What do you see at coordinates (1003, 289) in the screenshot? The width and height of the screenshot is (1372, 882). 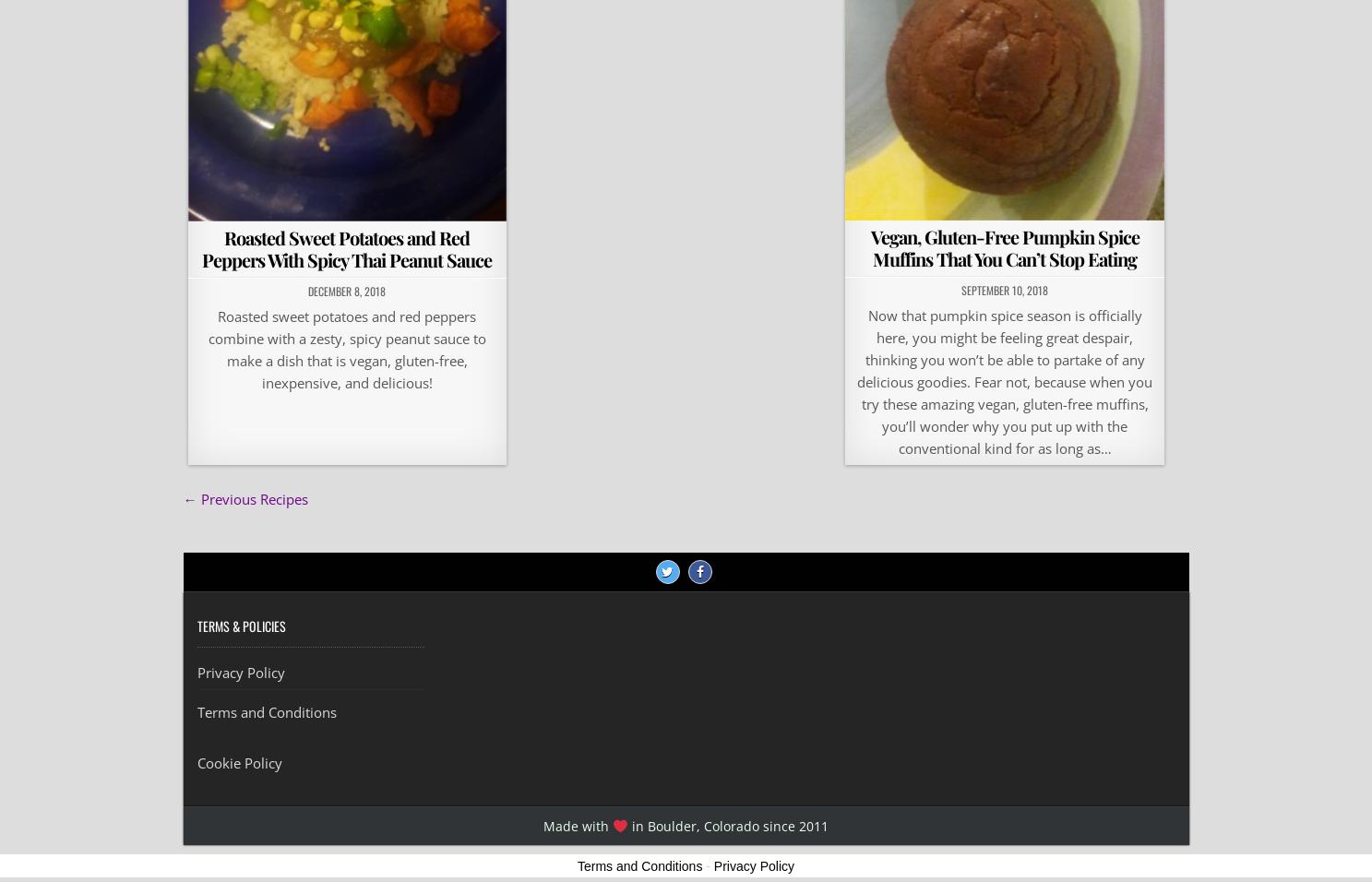 I see `'September 10, 2018'` at bounding box center [1003, 289].